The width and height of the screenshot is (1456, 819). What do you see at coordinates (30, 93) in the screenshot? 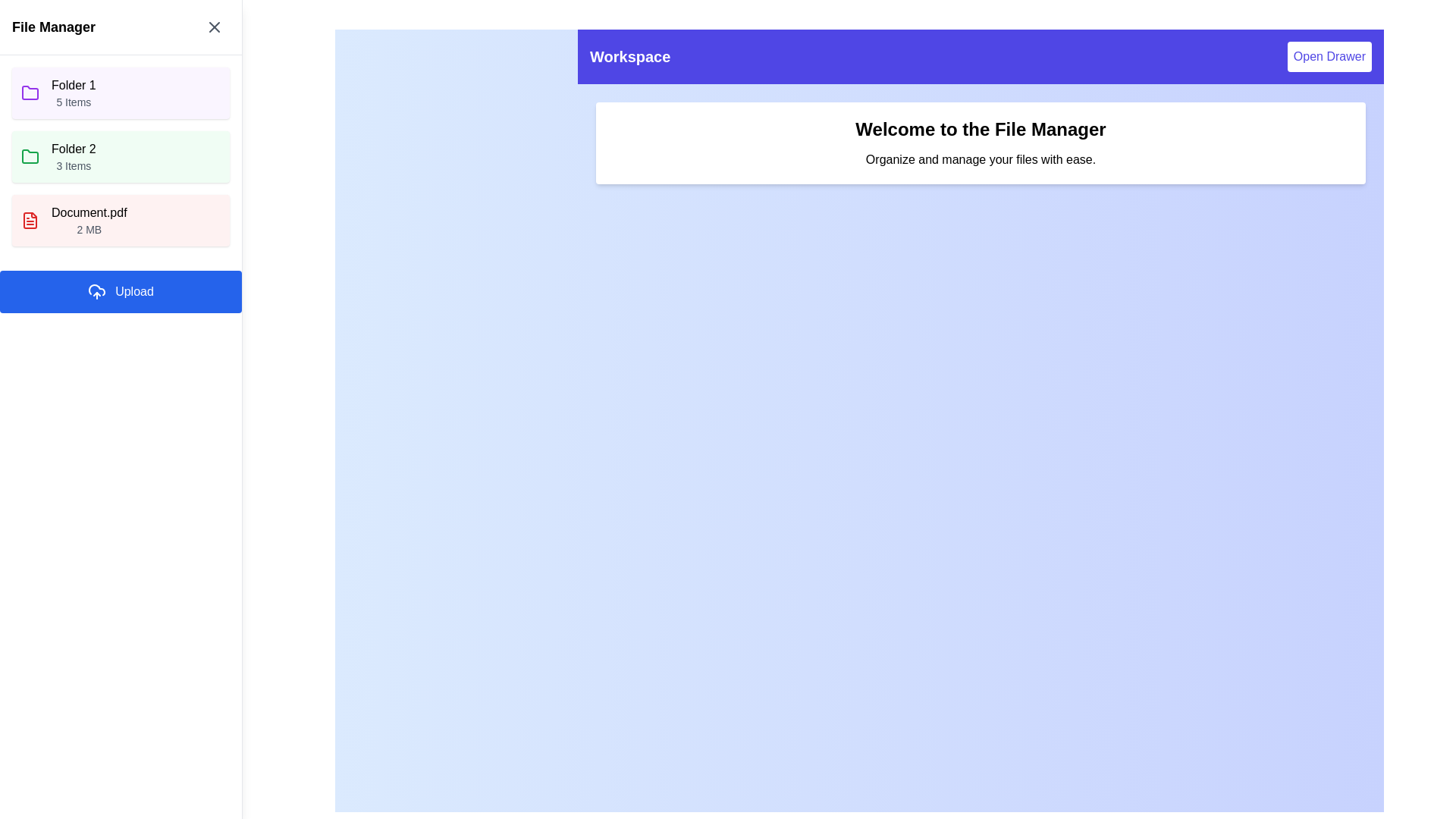
I see `graphical icon representing 'Folder 1' located in the left sidebar menu of the application` at bounding box center [30, 93].